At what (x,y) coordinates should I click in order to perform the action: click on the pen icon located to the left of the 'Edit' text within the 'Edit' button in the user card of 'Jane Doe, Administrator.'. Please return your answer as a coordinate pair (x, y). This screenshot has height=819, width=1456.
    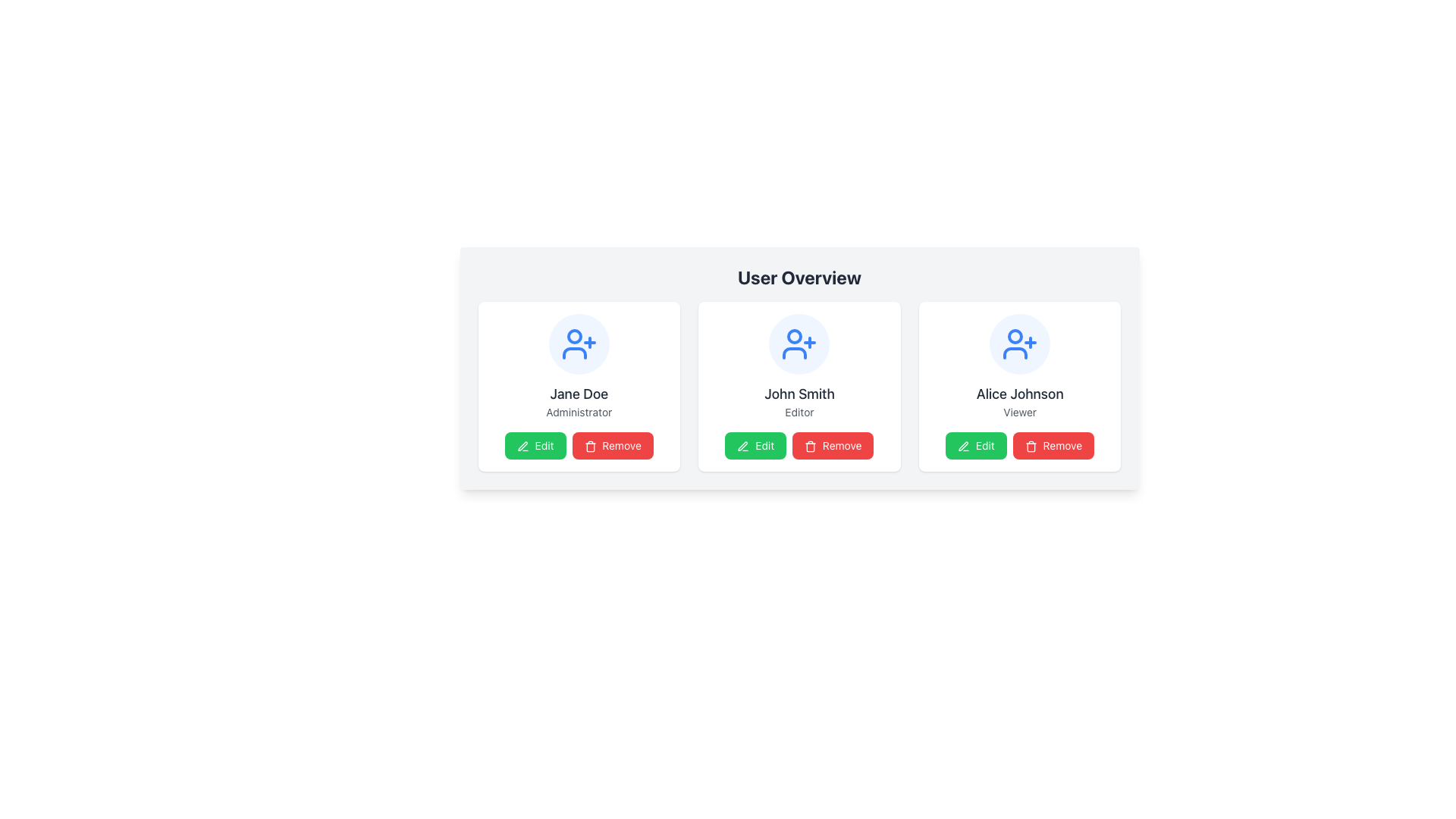
    Looking at the image, I should click on (522, 446).